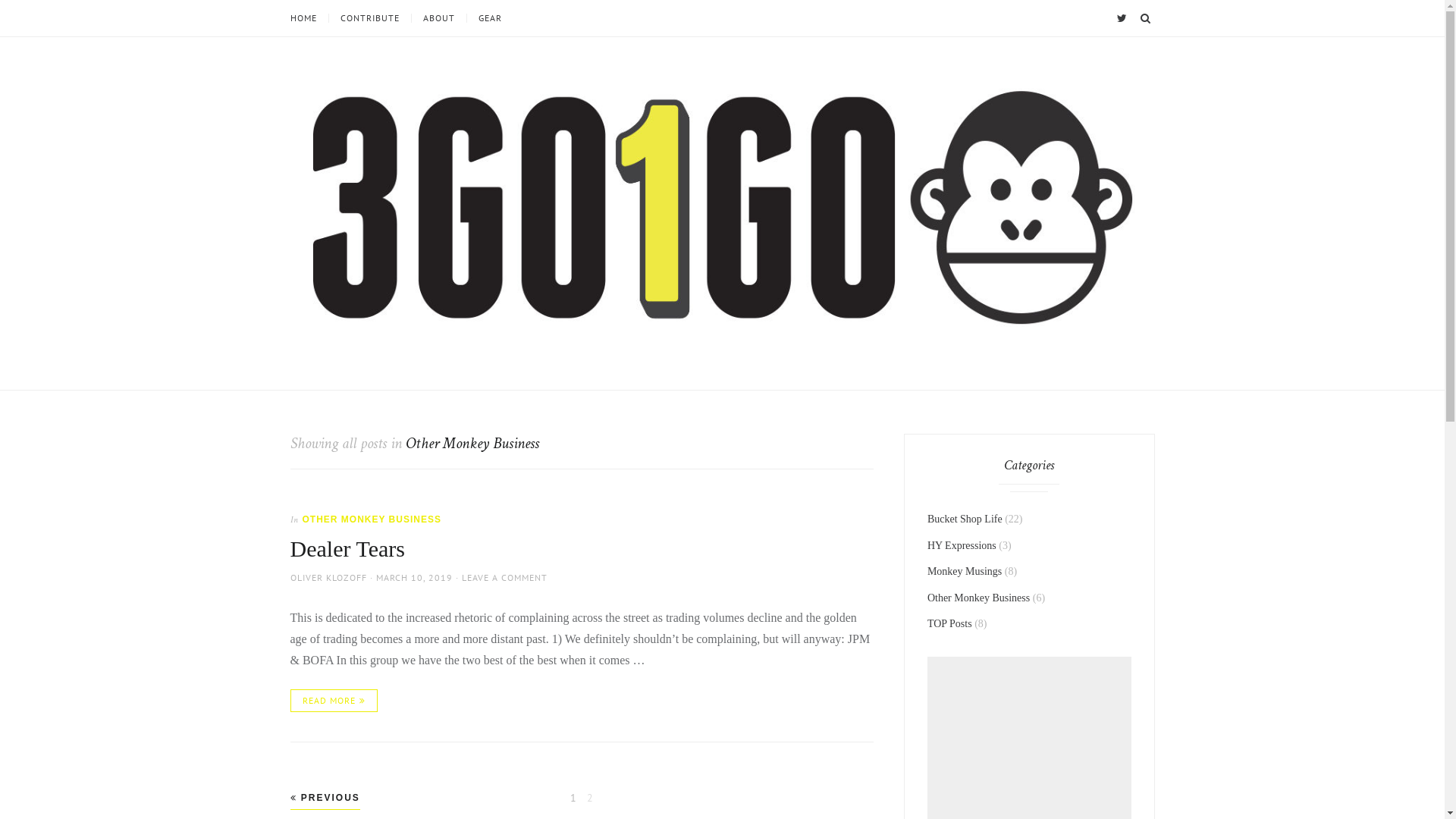 This screenshot has height=819, width=1456. Describe the element at coordinates (290, 548) in the screenshot. I see `'Dealer Tears'` at that location.